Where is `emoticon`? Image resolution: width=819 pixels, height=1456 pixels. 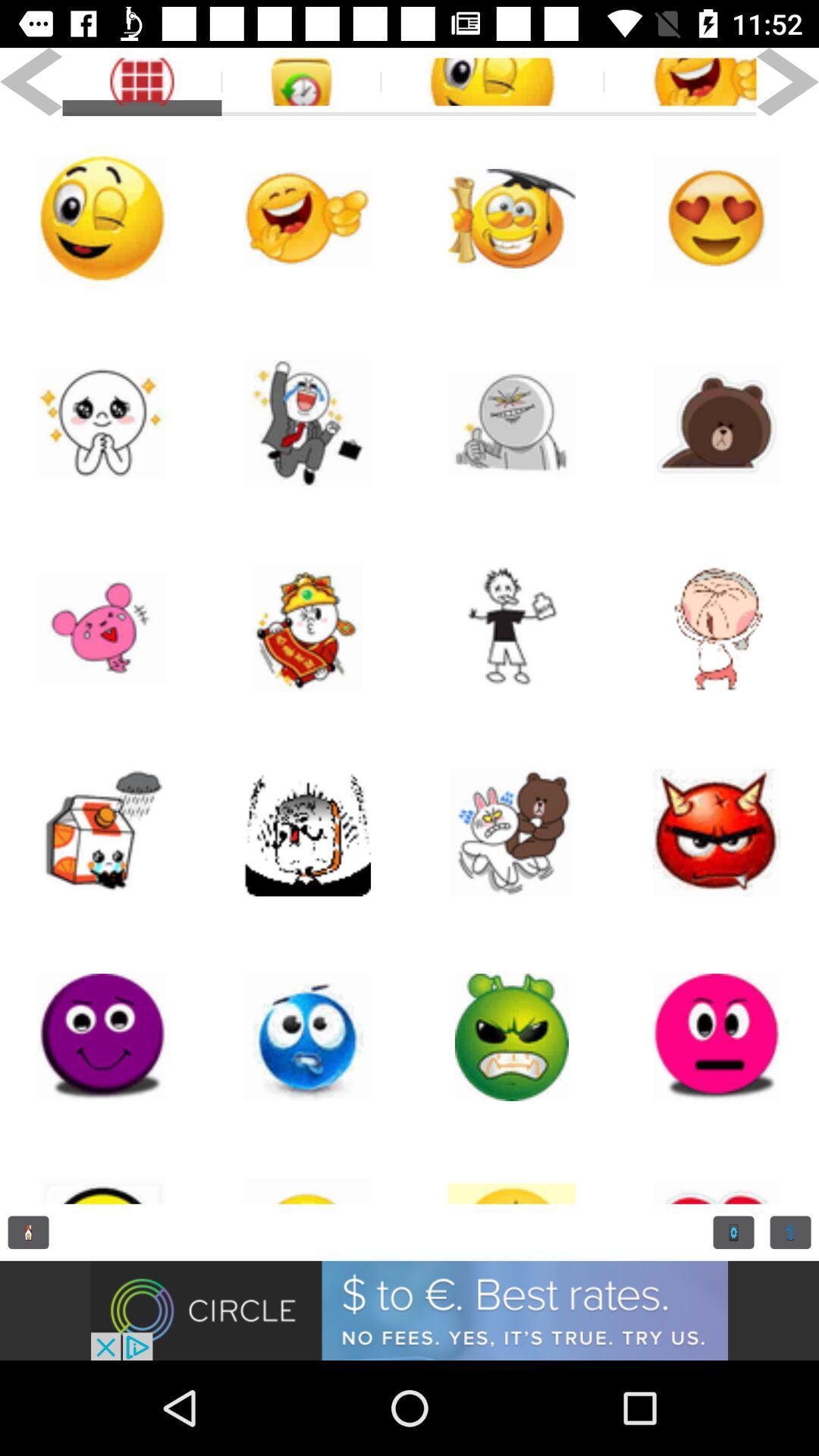 emoticon is located at coordinates (512, 1171).